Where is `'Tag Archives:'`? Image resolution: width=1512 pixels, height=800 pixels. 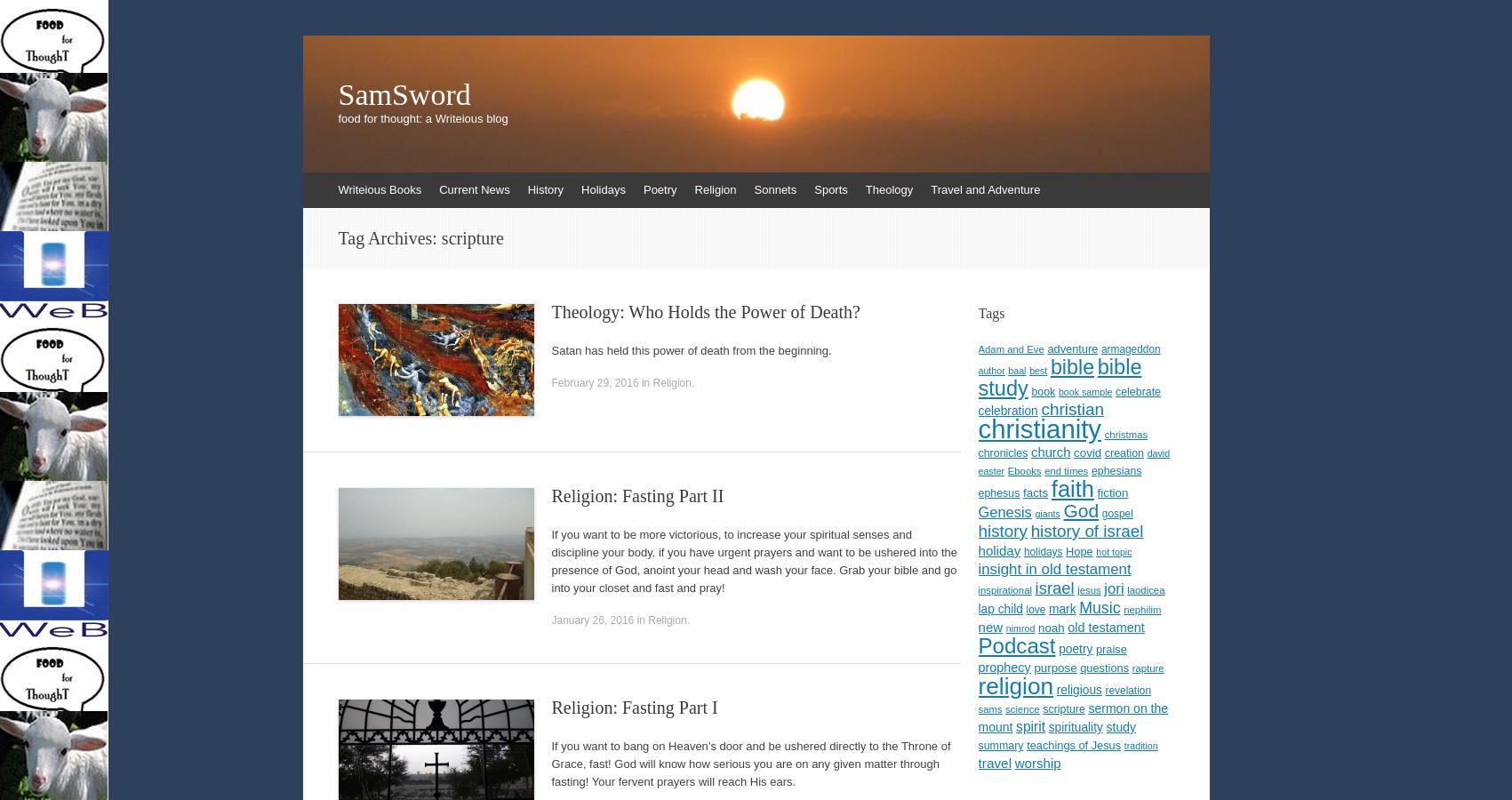 'Tag Archives:' is located at coordinates (388, 237).